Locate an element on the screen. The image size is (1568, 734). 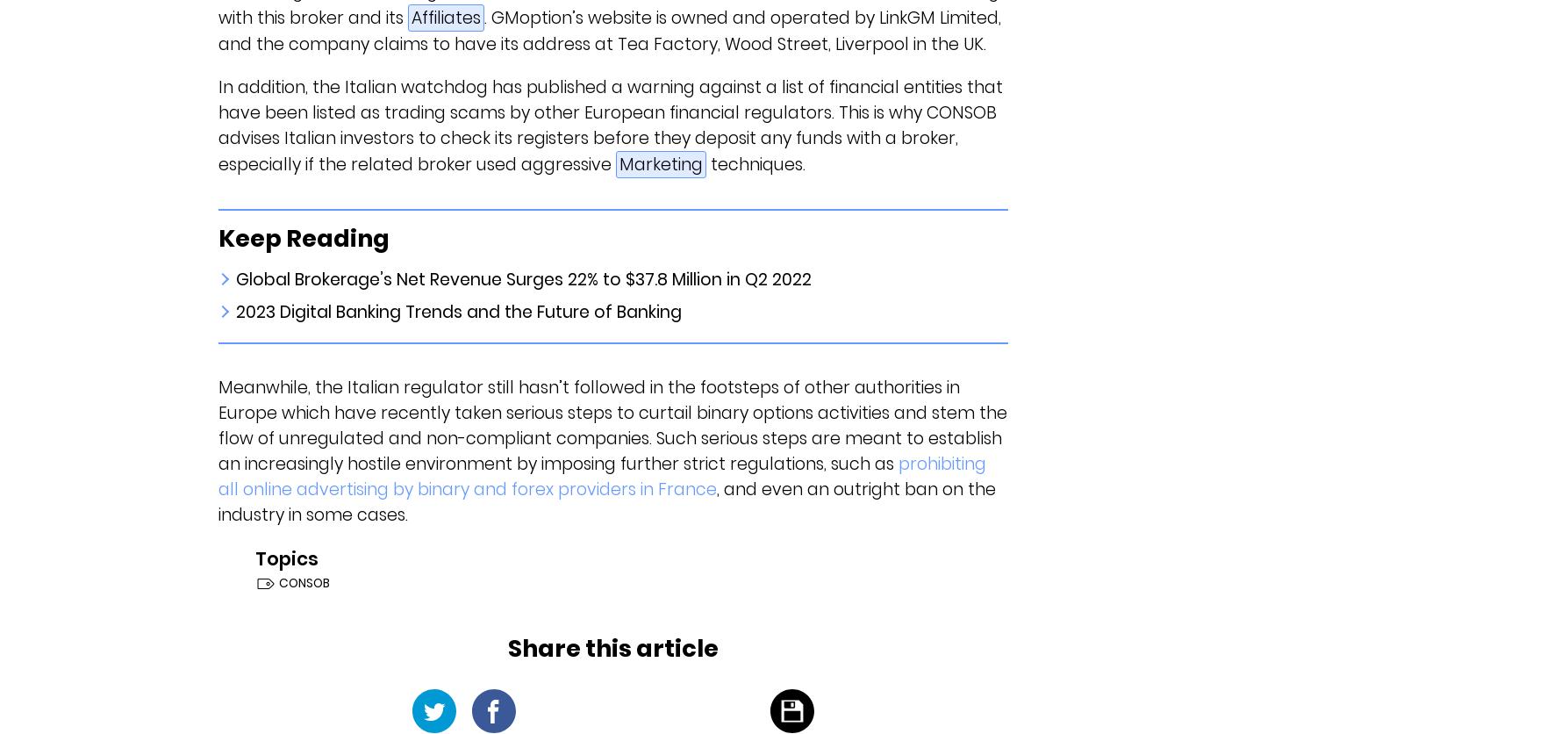
'In addition, the Italian watchdog has published a warning against a list of financial entities that have been listed as trading scams by other European financial regulators. This is why CONSOB advises Italian investors to check its registers before they deposit any funds with a broker, especially if the related broker used aggressive' is located at coordinates (608, 125).